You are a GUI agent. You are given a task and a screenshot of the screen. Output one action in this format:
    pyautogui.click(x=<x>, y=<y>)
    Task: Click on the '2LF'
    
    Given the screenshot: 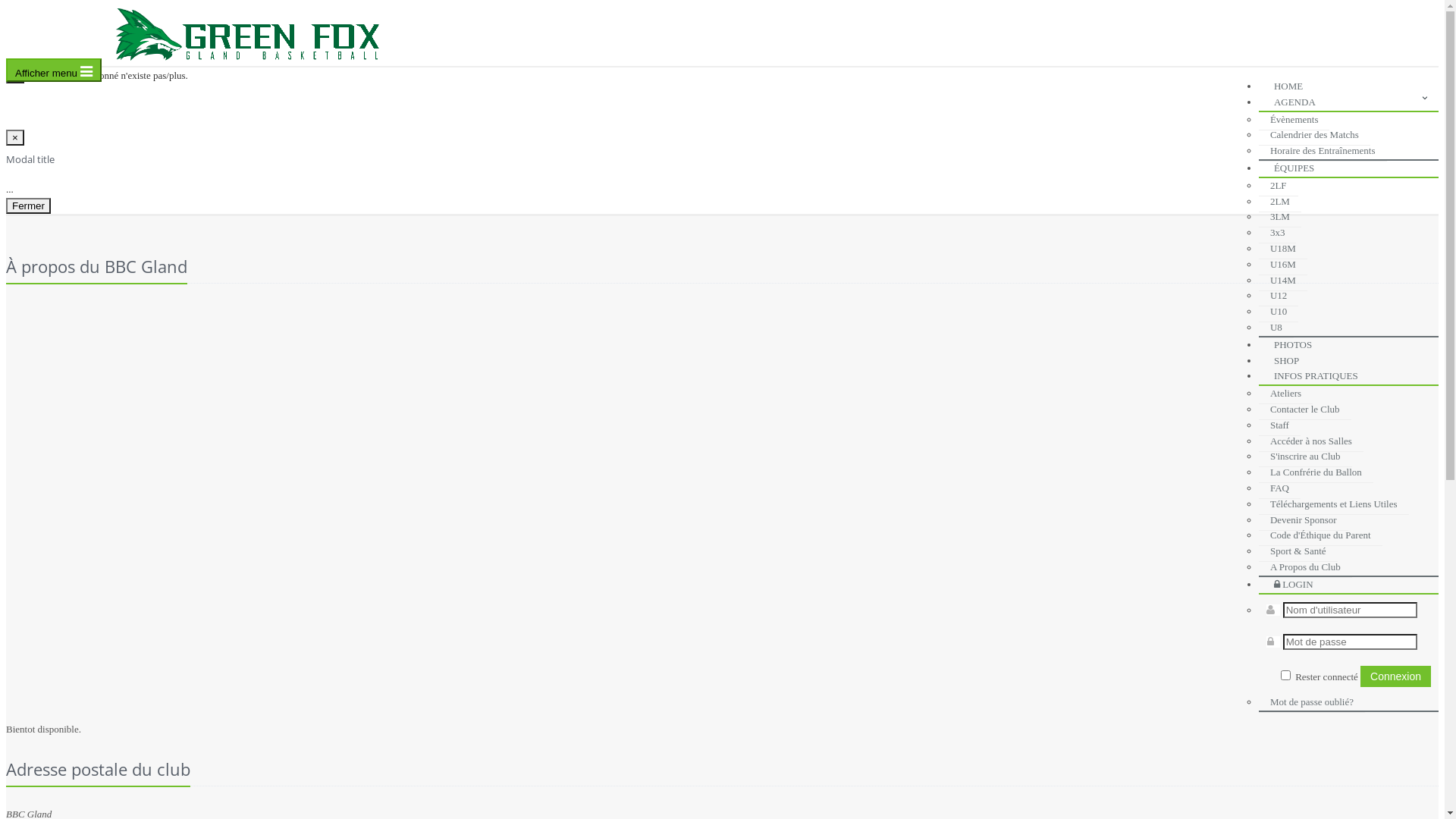 What is the action you would take?
    pyautogui.click(x=1277, y=185)
    